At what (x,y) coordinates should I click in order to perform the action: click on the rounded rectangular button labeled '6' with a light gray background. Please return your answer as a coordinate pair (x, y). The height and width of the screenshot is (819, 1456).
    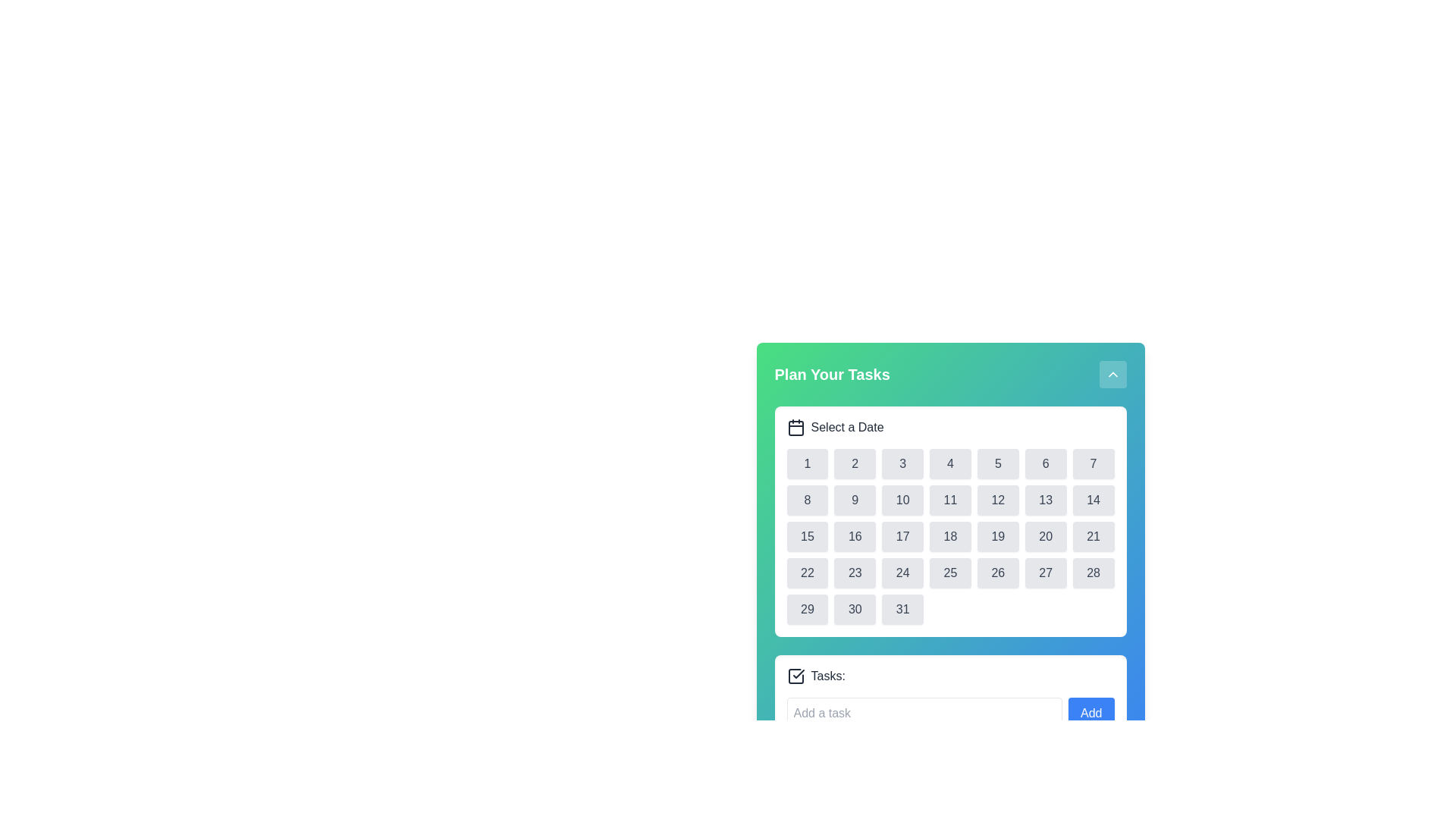
    Looking at the image, I should click on (1045, 463).